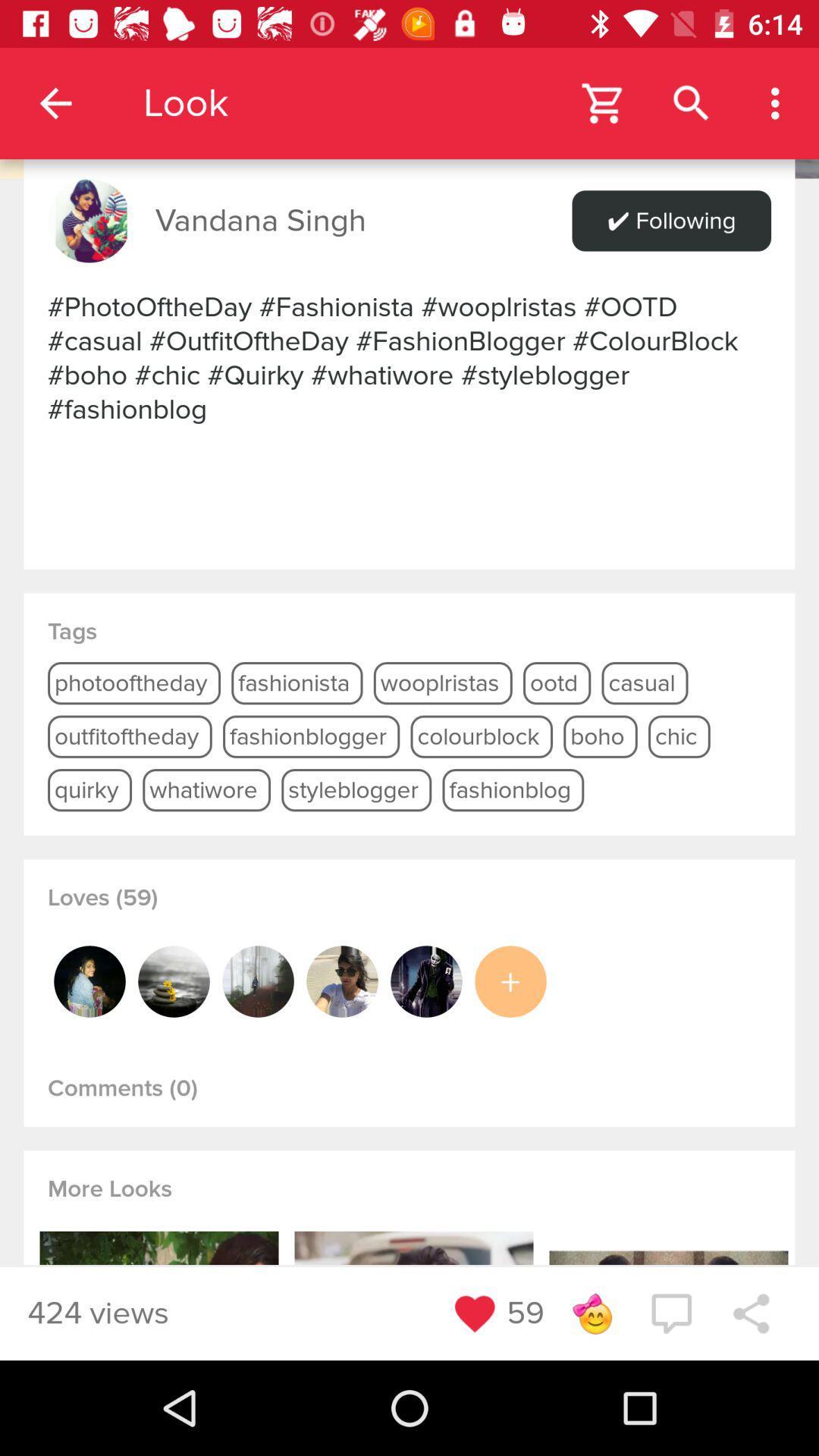 The height and width of the screenshot is (1456, 819). I want to click on item to the left of the vandana singh icon, so click(89, 220).